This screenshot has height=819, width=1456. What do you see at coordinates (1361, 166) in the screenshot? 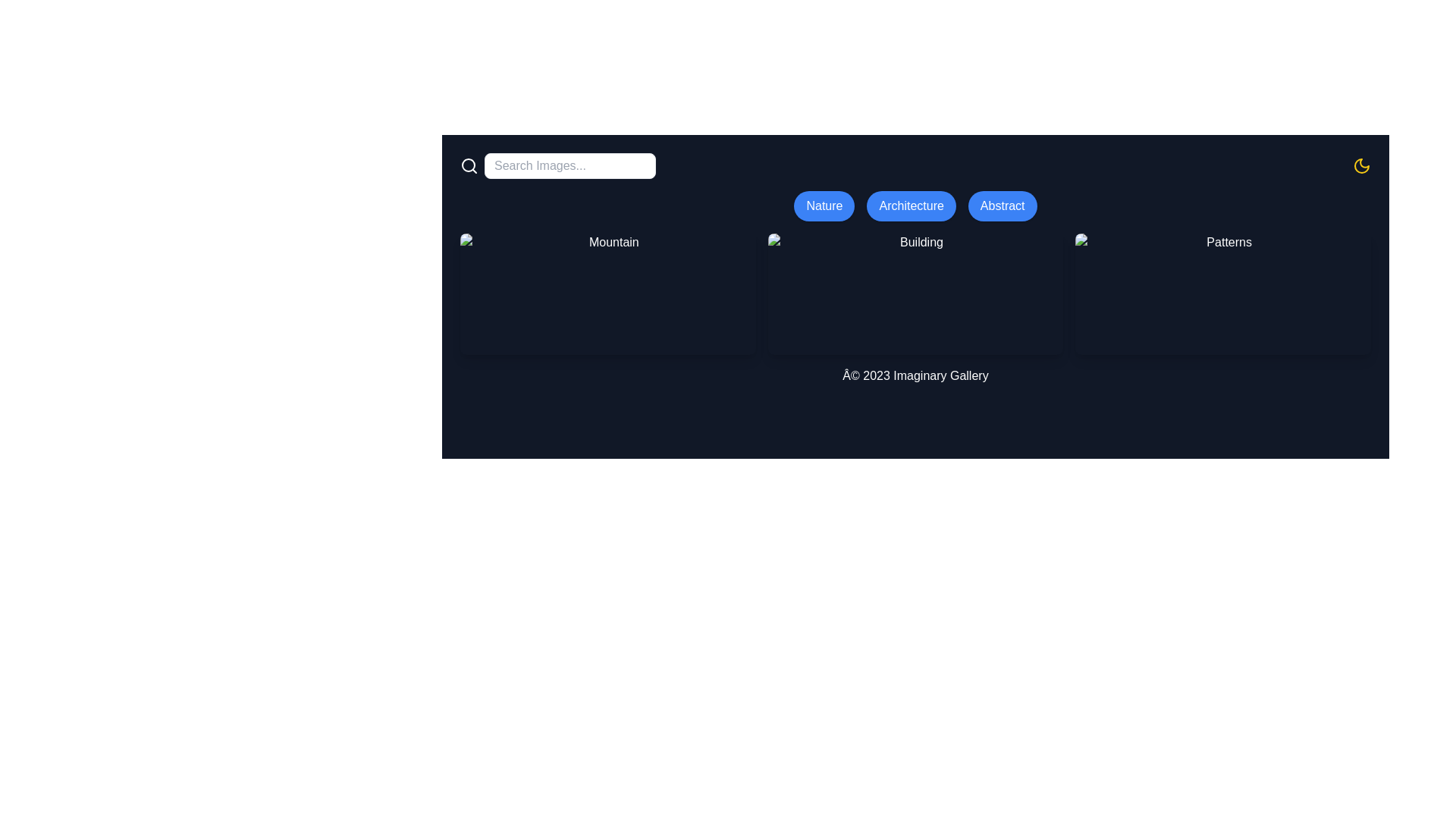
I see `the crescent moon icon located at the top-right corner of the interface for a focused interaction` at bounding box center [1361, 166].